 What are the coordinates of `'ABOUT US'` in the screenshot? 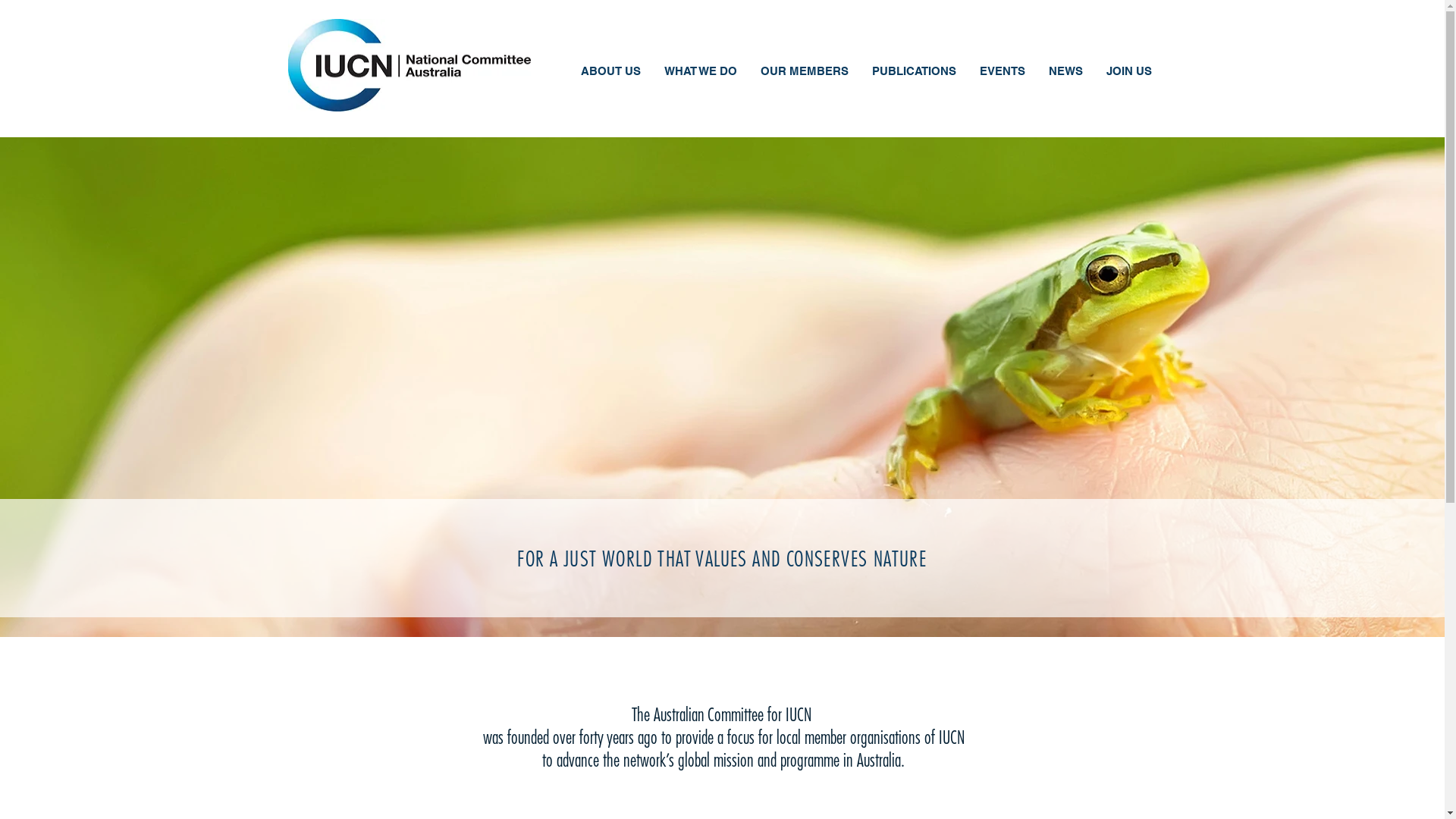 It's located at (610, 72).